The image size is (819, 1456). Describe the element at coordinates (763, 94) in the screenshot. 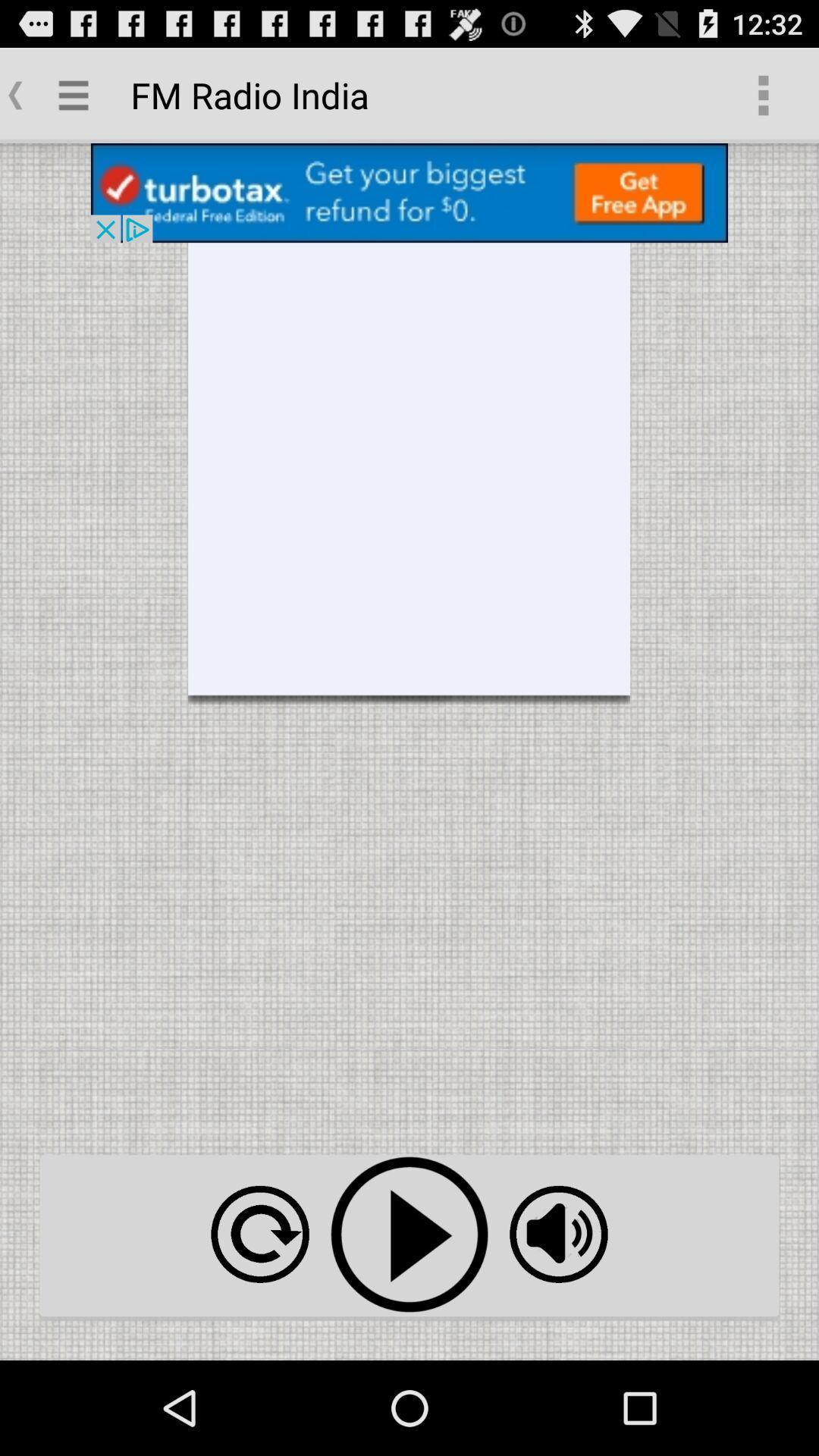

I see `icon at the top right corner` at that location.